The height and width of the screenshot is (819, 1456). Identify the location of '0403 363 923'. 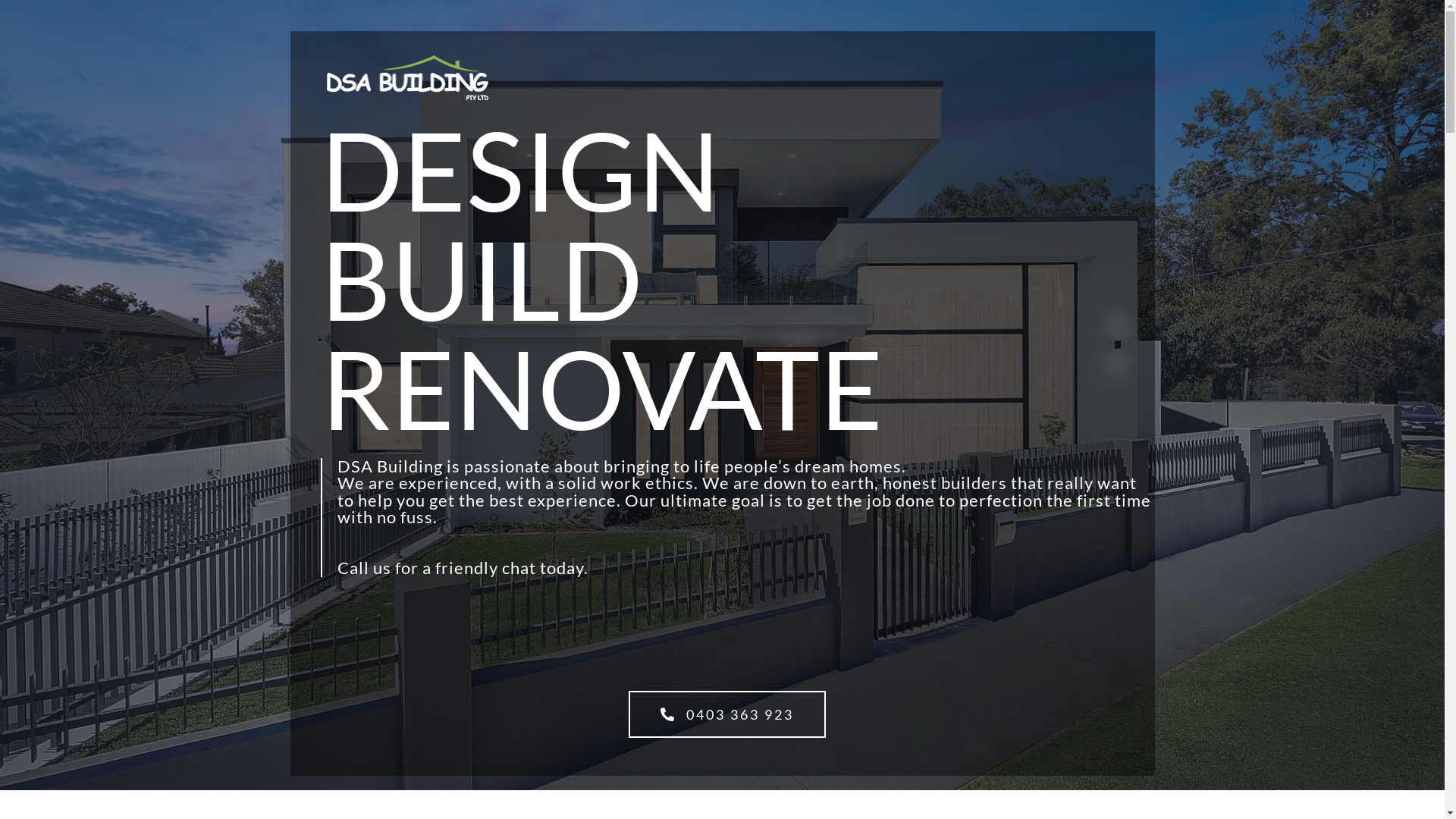
(726, 714).